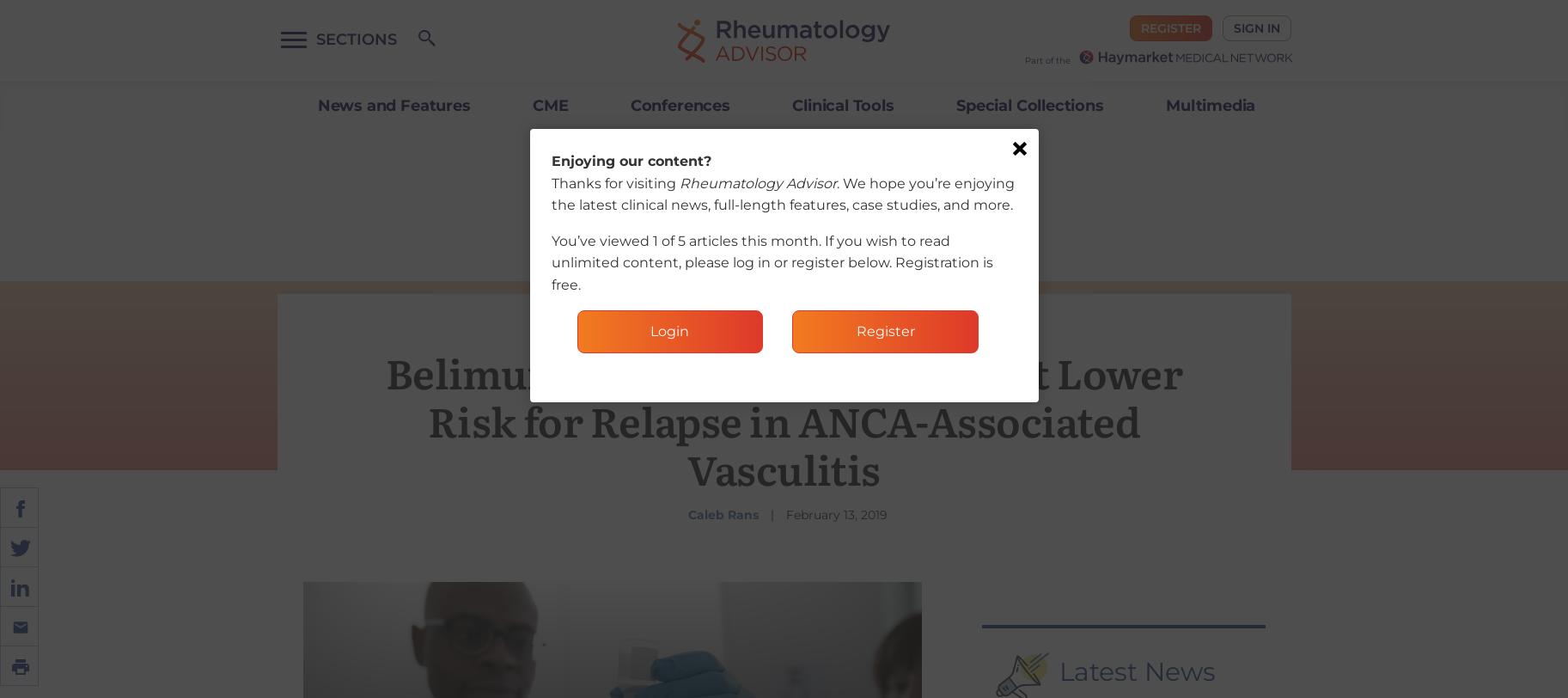  What do you see at coordinates (771, 261) in the screenshot?
I see `'You’ve viewed 1 of 5 articles this month. If you wish to read unlimited content, please log in or register below. Registration is free.'` at bounding box center [771, 261].